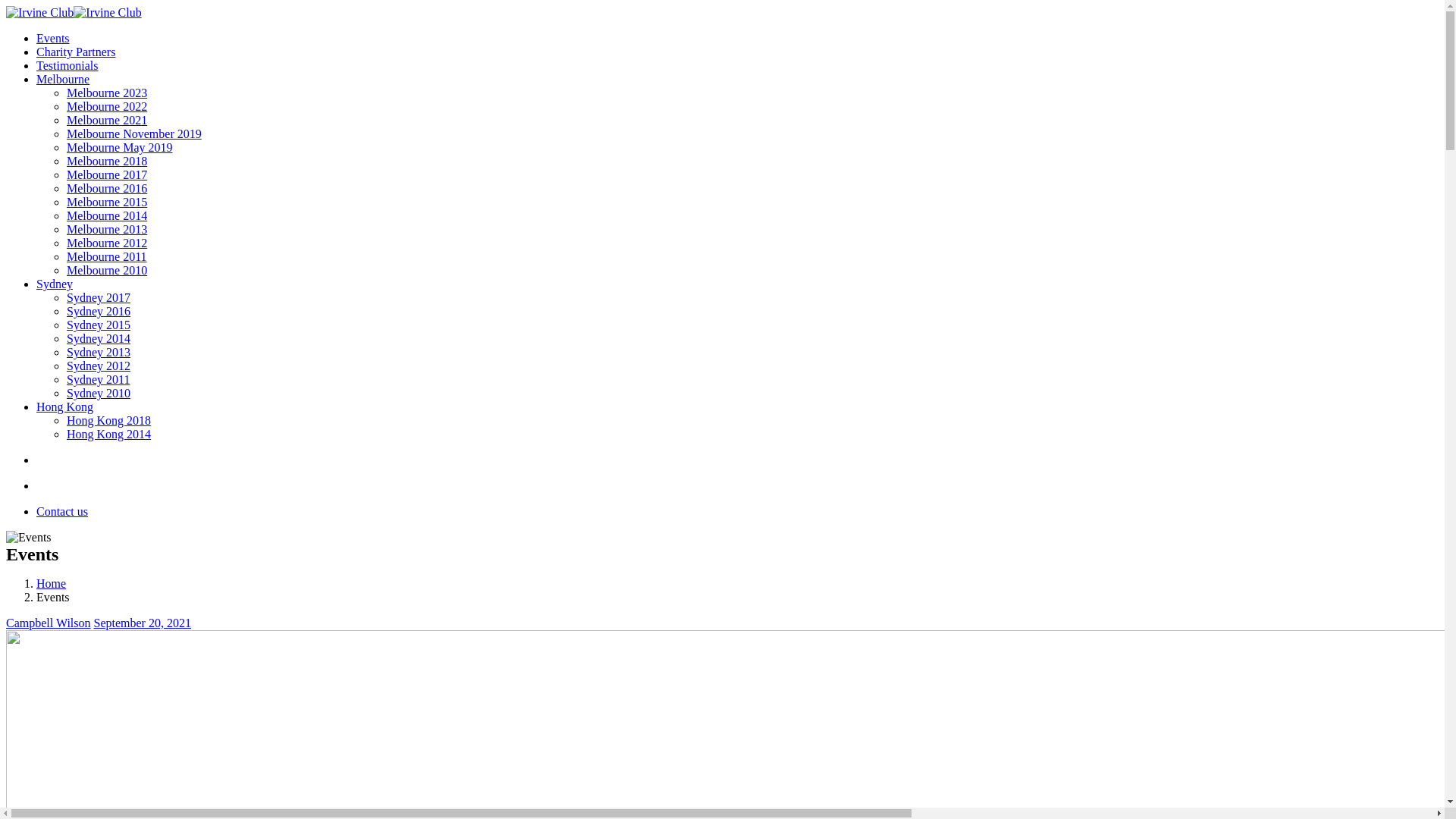 This screenshot has width=1456, height=819. Describe the element at coordinates (64, 406) in the screenshot. I see `'Hong Kong'` at that location.